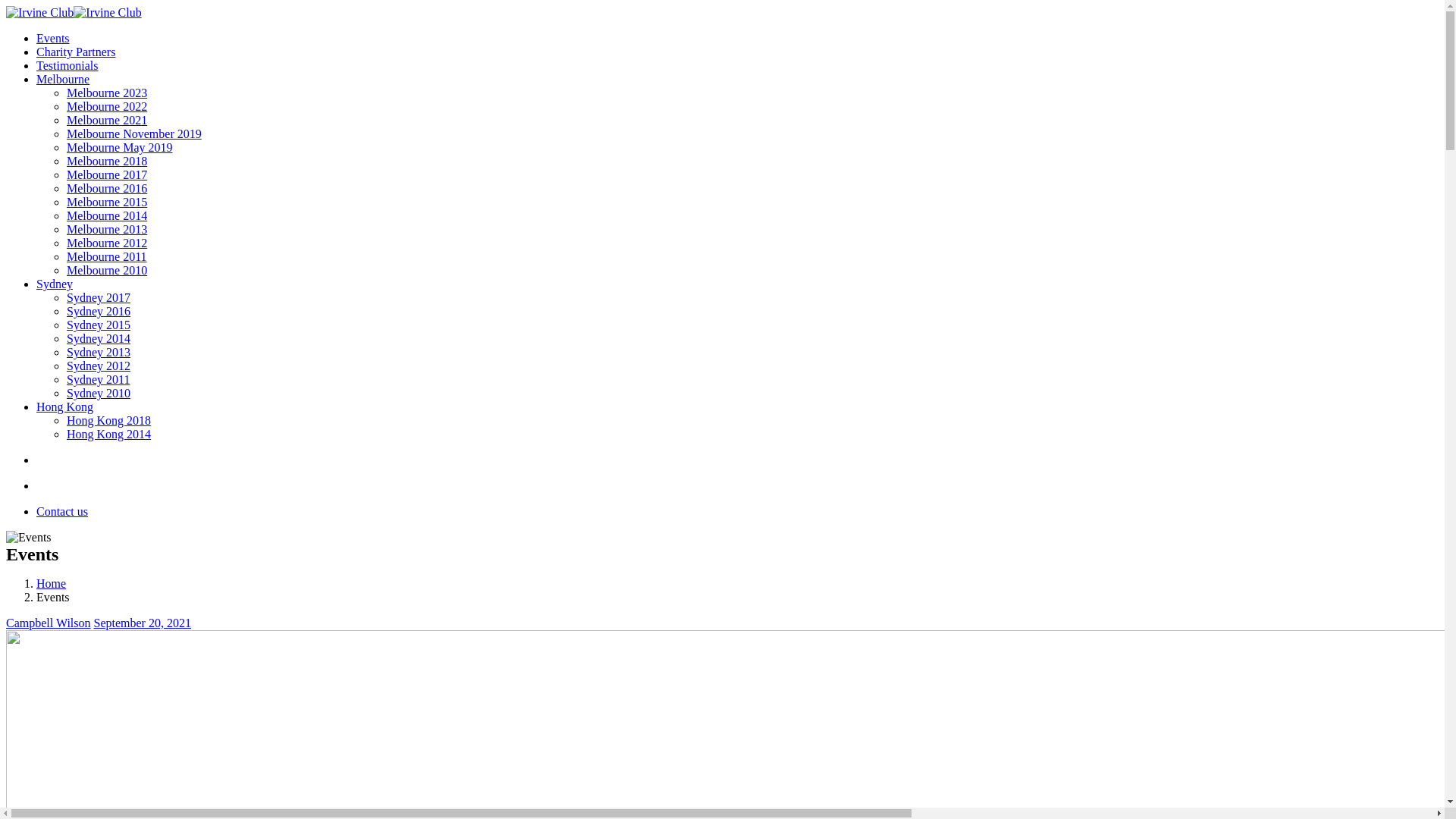 This screenshot has width=1456, height=819. Describe the element at coordinates (64, 406) in the screenshot. I see `'Hong Kong'` at that location.